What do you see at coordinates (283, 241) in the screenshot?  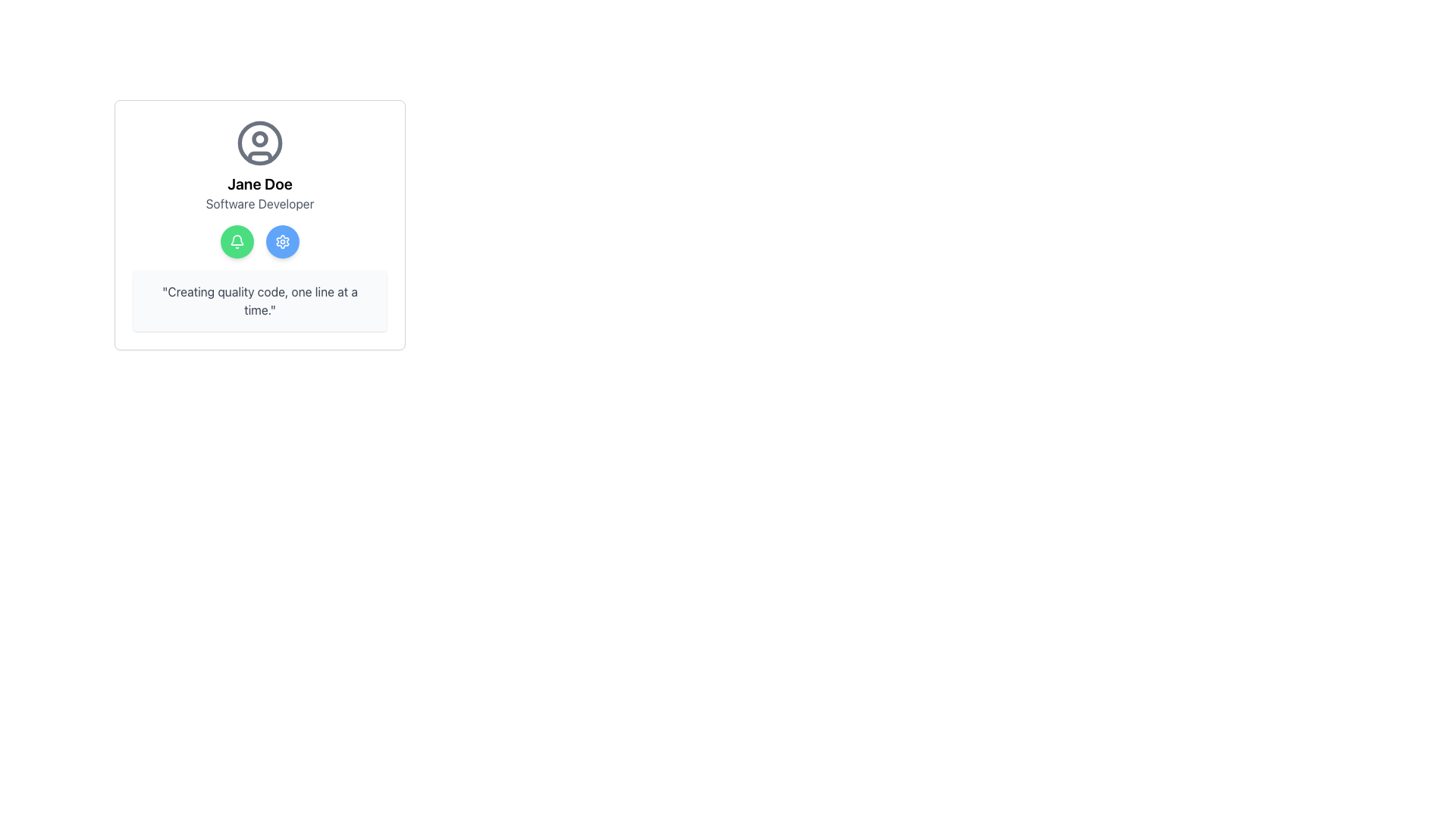 I see `the cogwheel icon with white lines on a blue circular background` at bounding box center [283, 241].